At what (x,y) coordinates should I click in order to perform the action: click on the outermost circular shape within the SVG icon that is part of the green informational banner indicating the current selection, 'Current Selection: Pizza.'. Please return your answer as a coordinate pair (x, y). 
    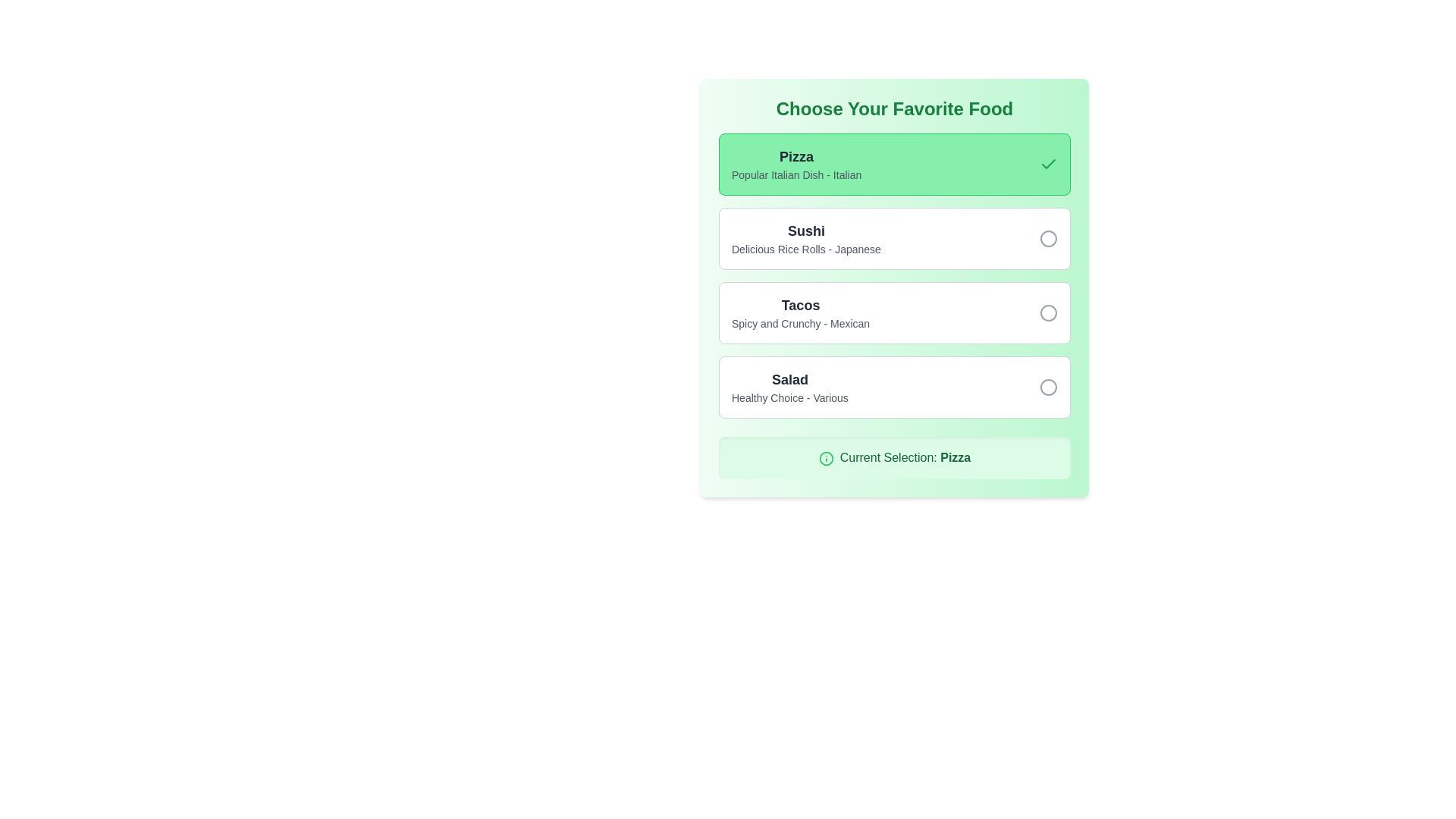
    Looking at the image, I should click on (825, 457).